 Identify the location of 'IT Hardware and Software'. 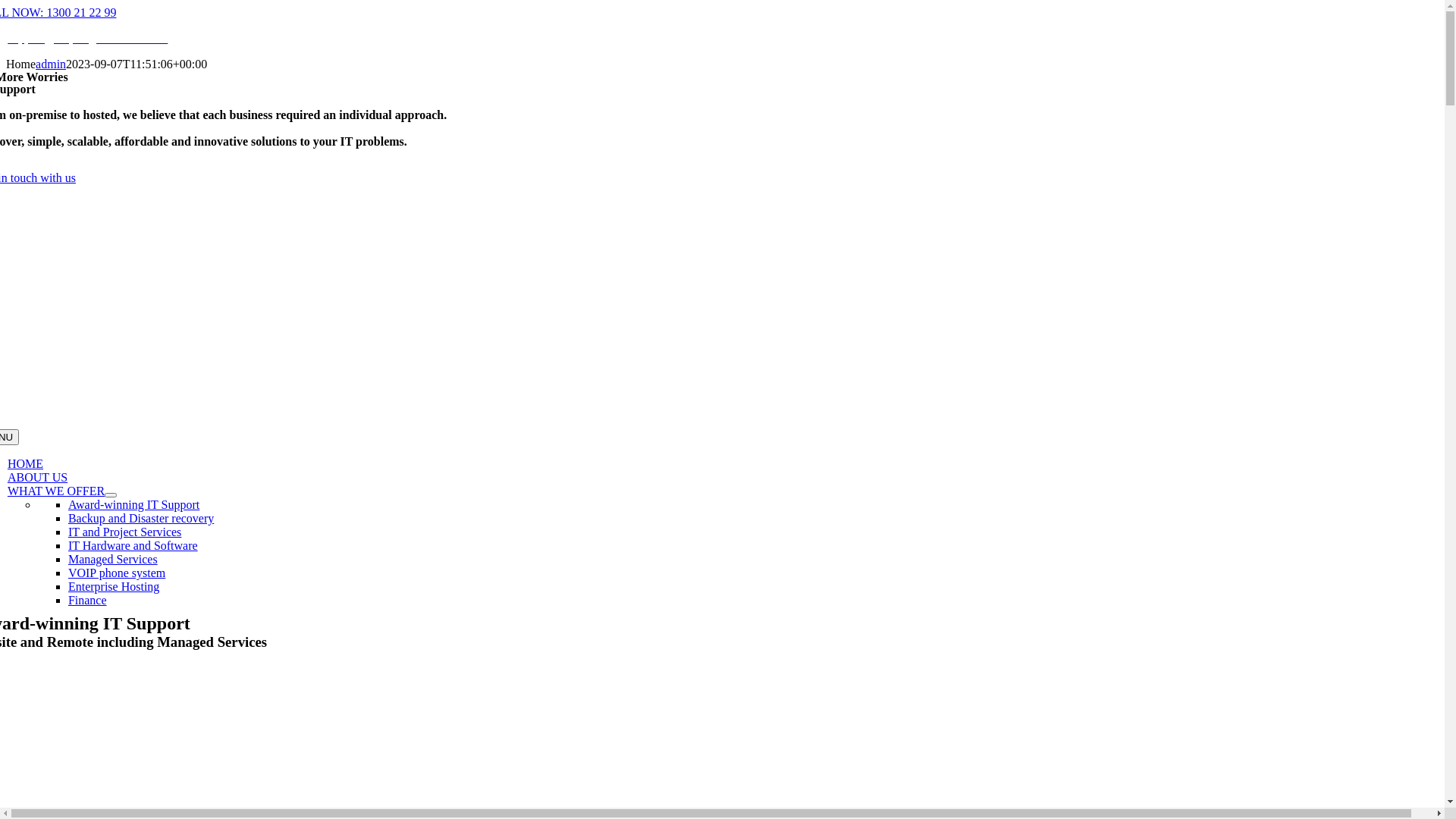
(133, 544).